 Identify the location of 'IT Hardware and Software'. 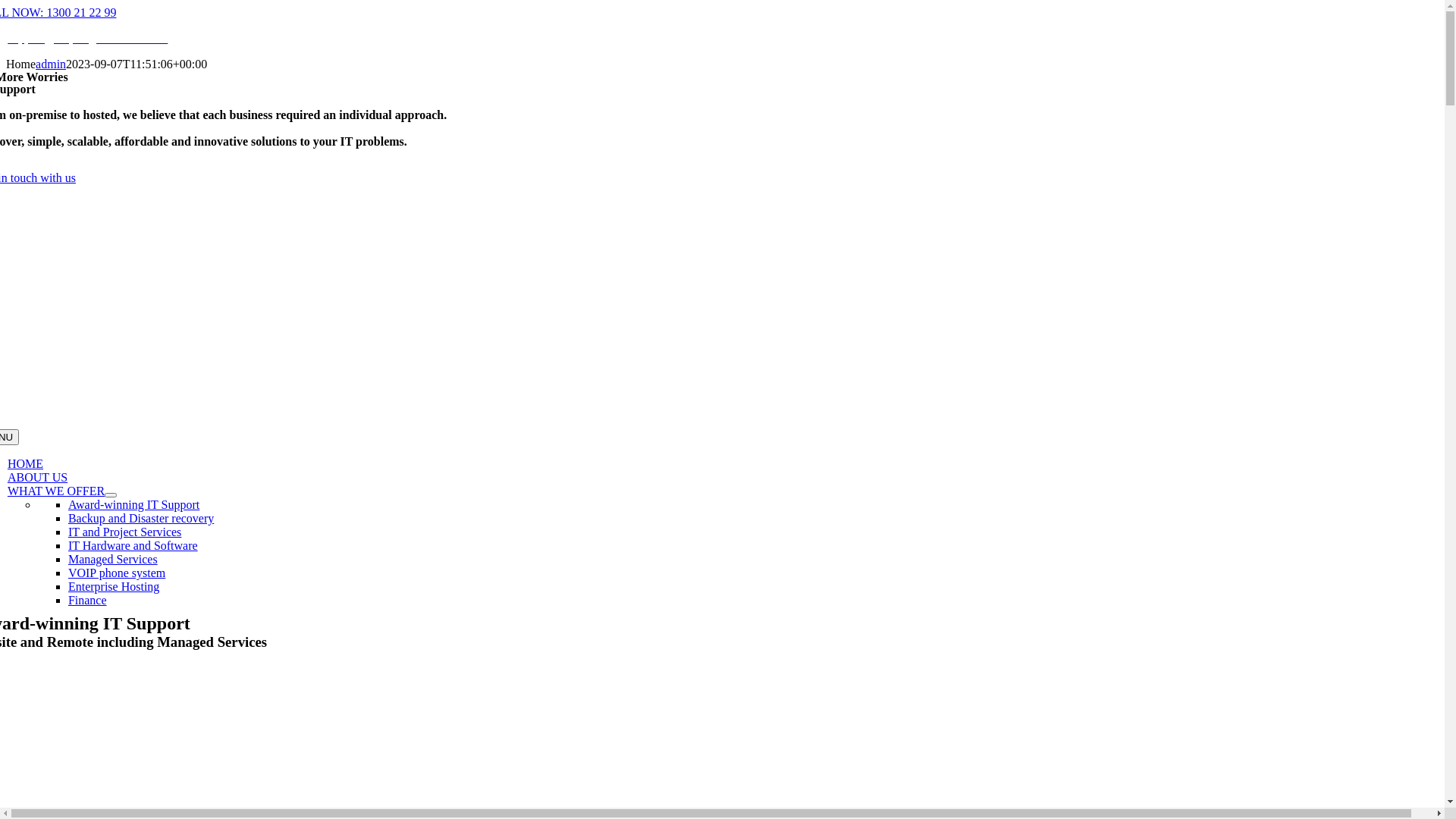
(133, 544).